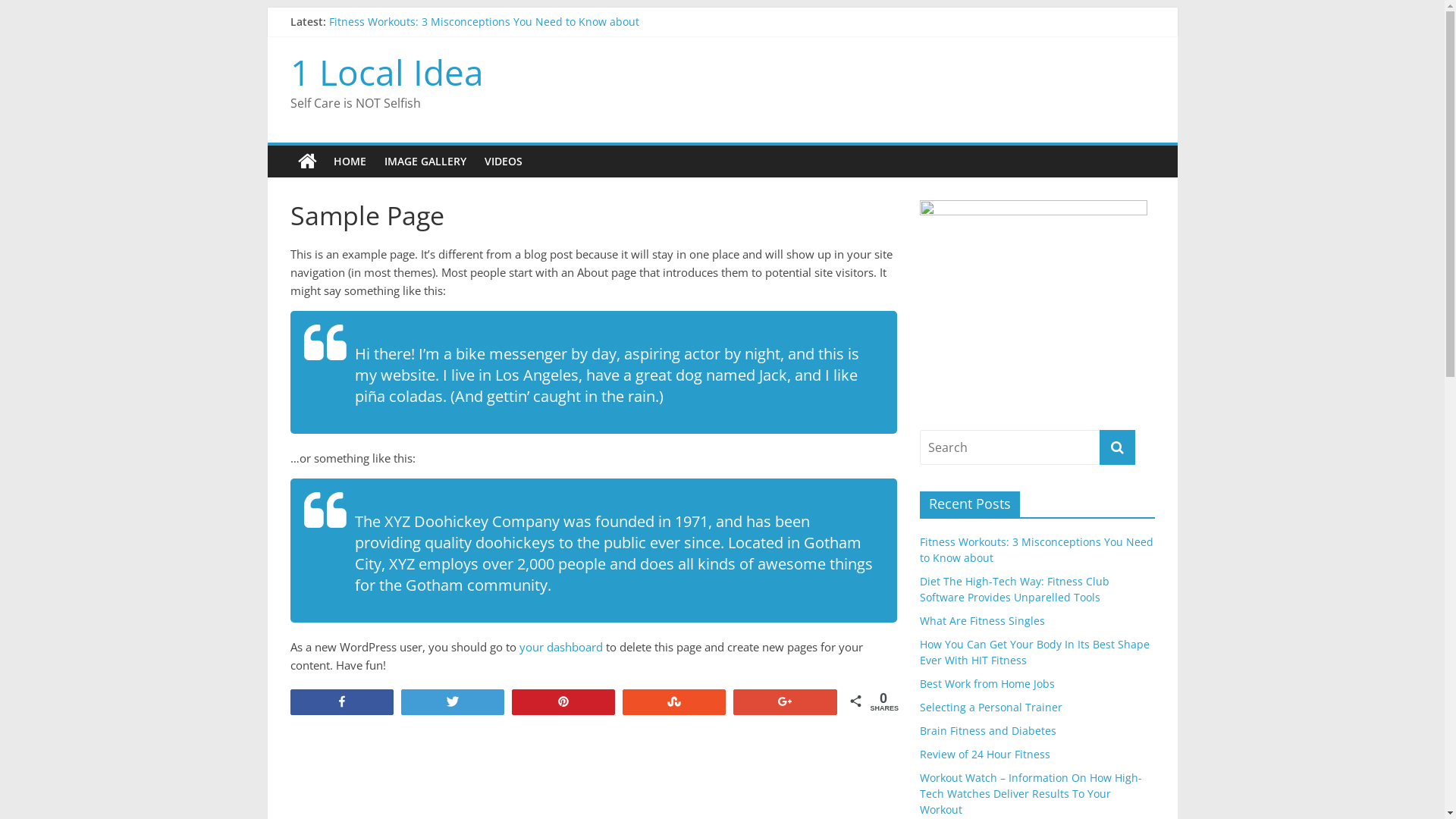  What do you see at coordinates (990, 707) in the screenshot?
I see `'Selecting a Personal Trainer'` at bounding box center [990, 707].